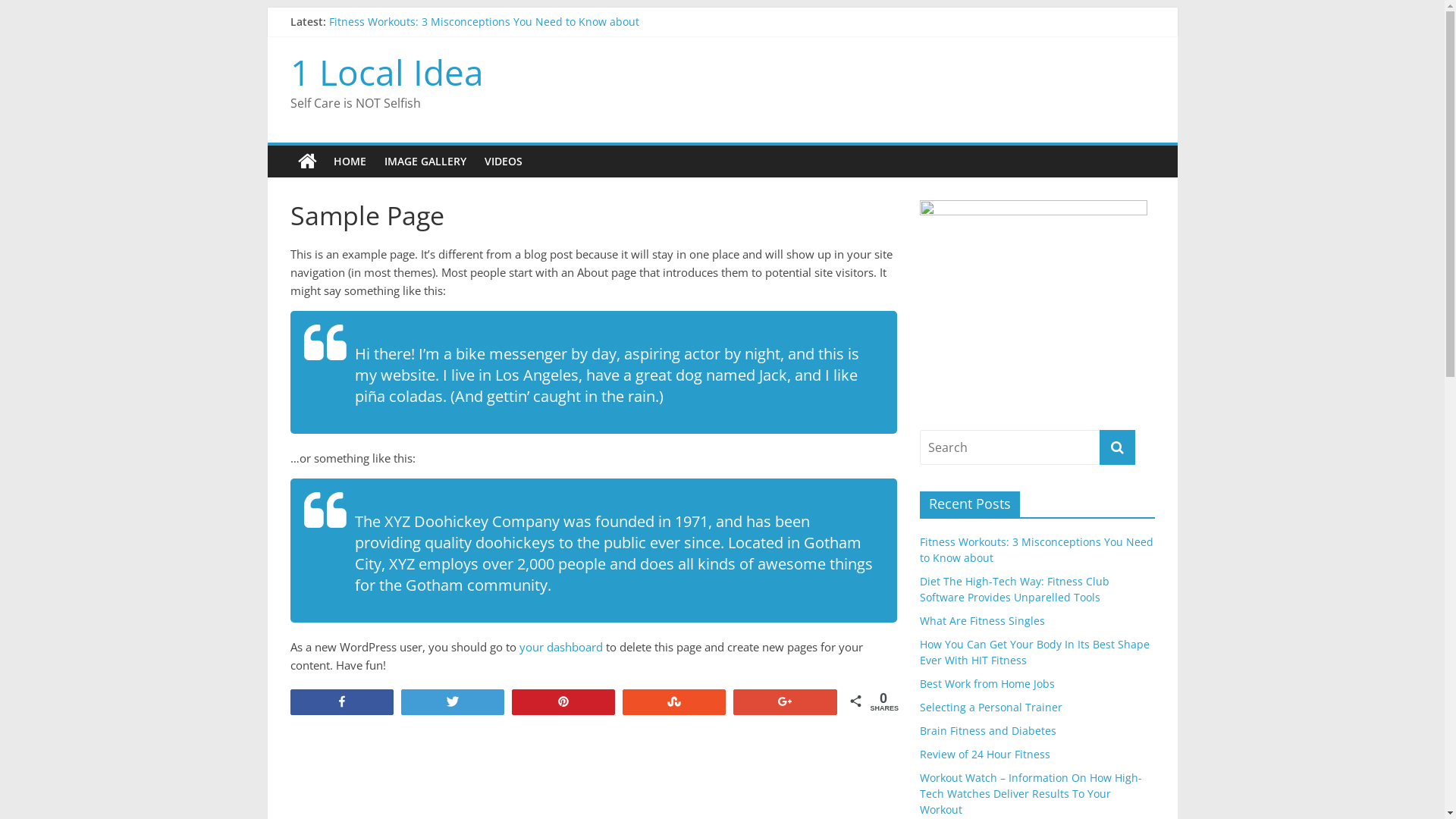  What do you see at coordinates (990, 707) in the screenshot?
I see `'Selecting a Personal Trainer'` at bounding box center [990, 707].